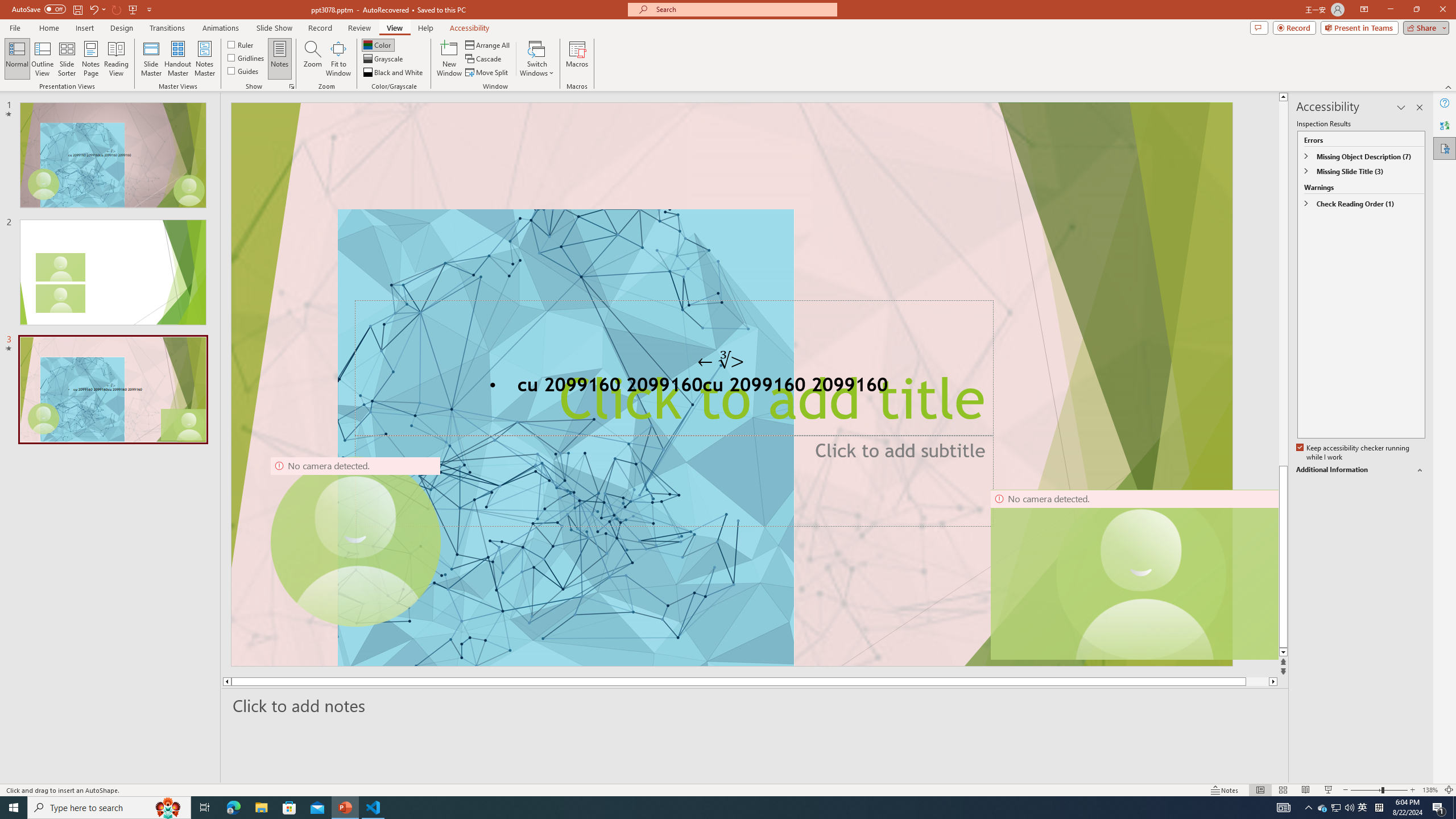 Image resolution: width=1456 pixels, height=819 pixels. I want to click on 'Animations', so click(220, 28).